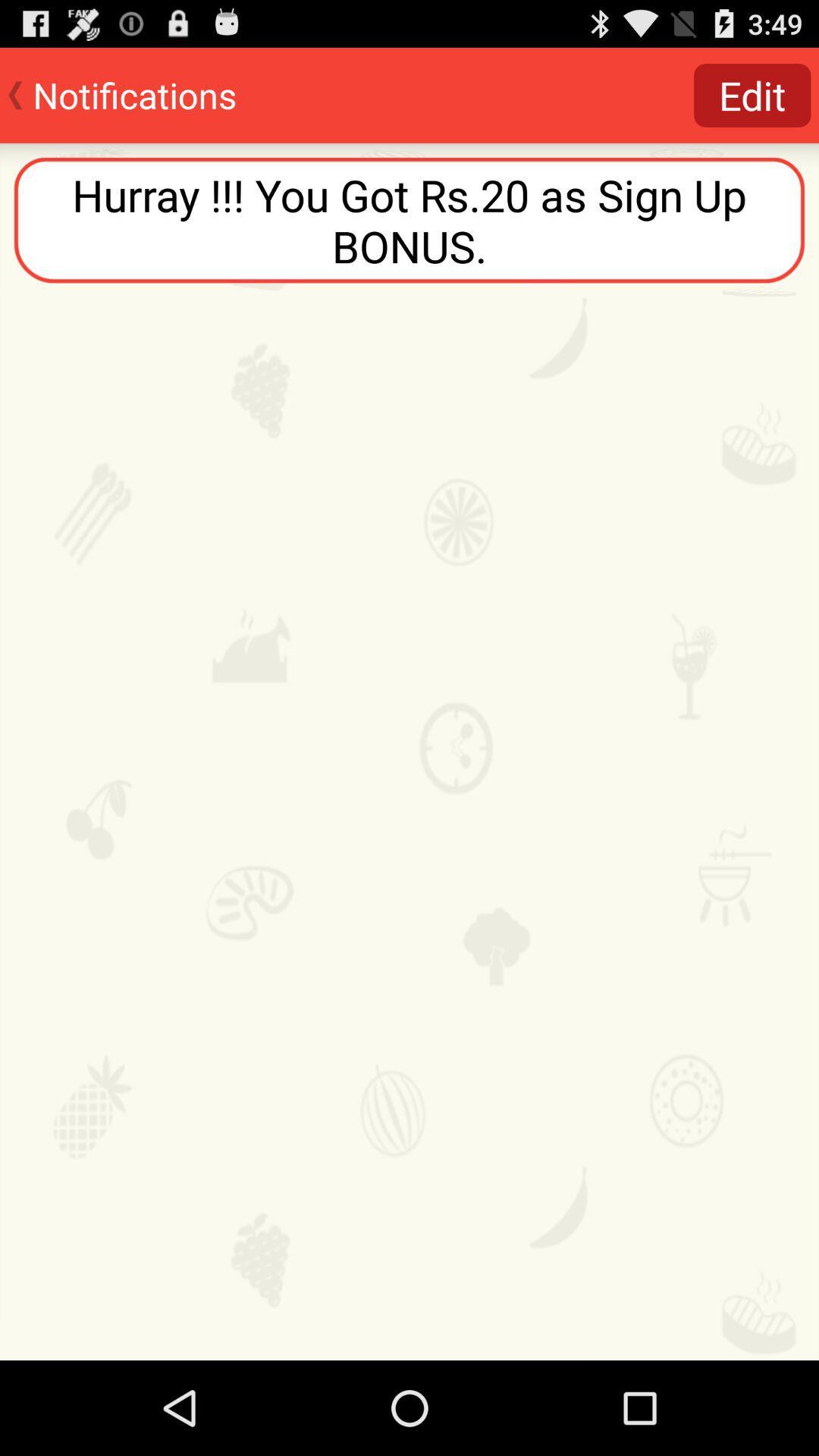  Describe the element at coordinates (409, 219) in the screenshot. I see `hurray you got item` at that location.